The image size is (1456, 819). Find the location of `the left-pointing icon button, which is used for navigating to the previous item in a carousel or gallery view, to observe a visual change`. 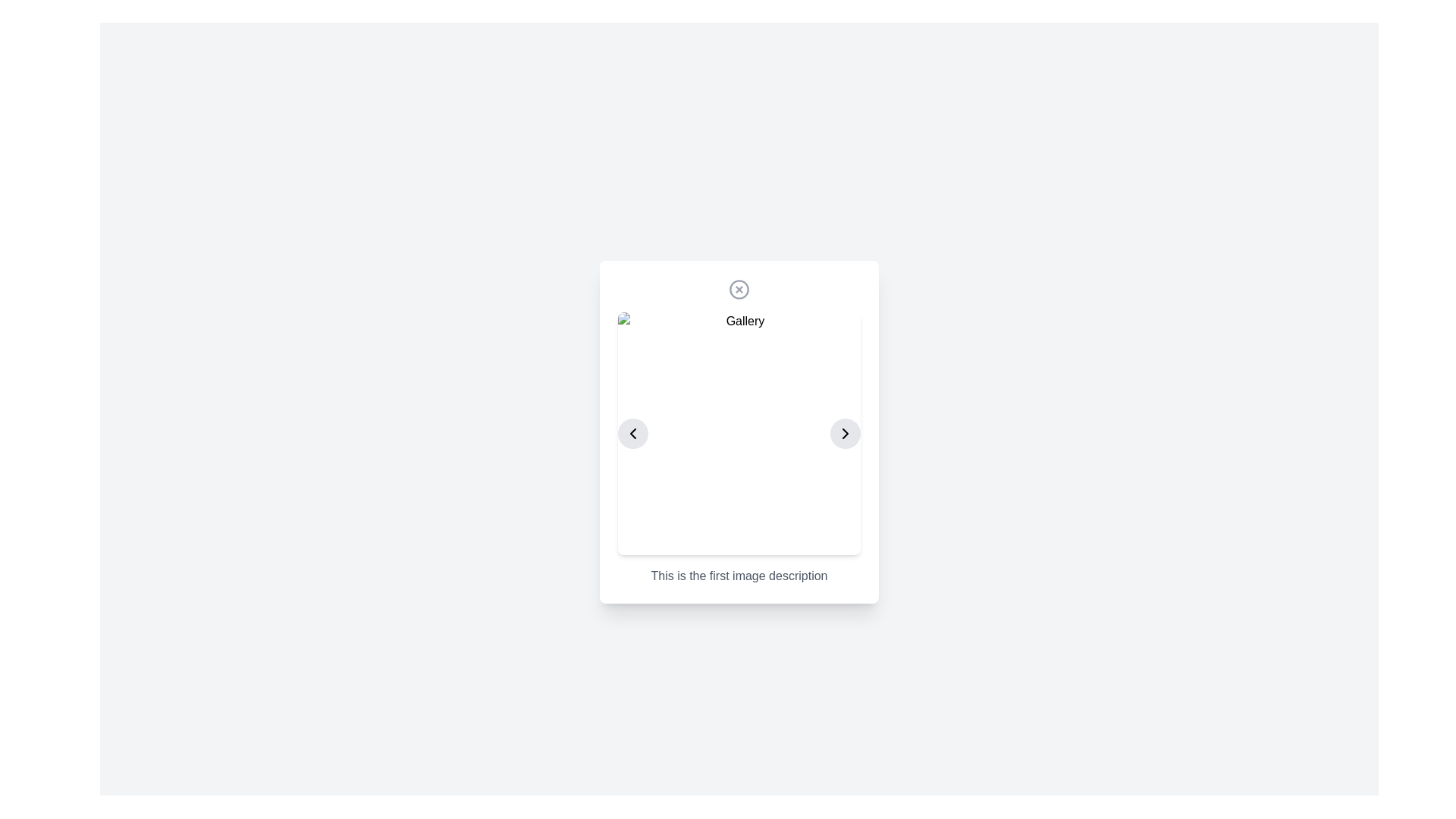

the left-pointing icon button, which is used for navigating to the previous item in a carousel or gallery view, to observe a visual change is located at coordinates (633, 433).